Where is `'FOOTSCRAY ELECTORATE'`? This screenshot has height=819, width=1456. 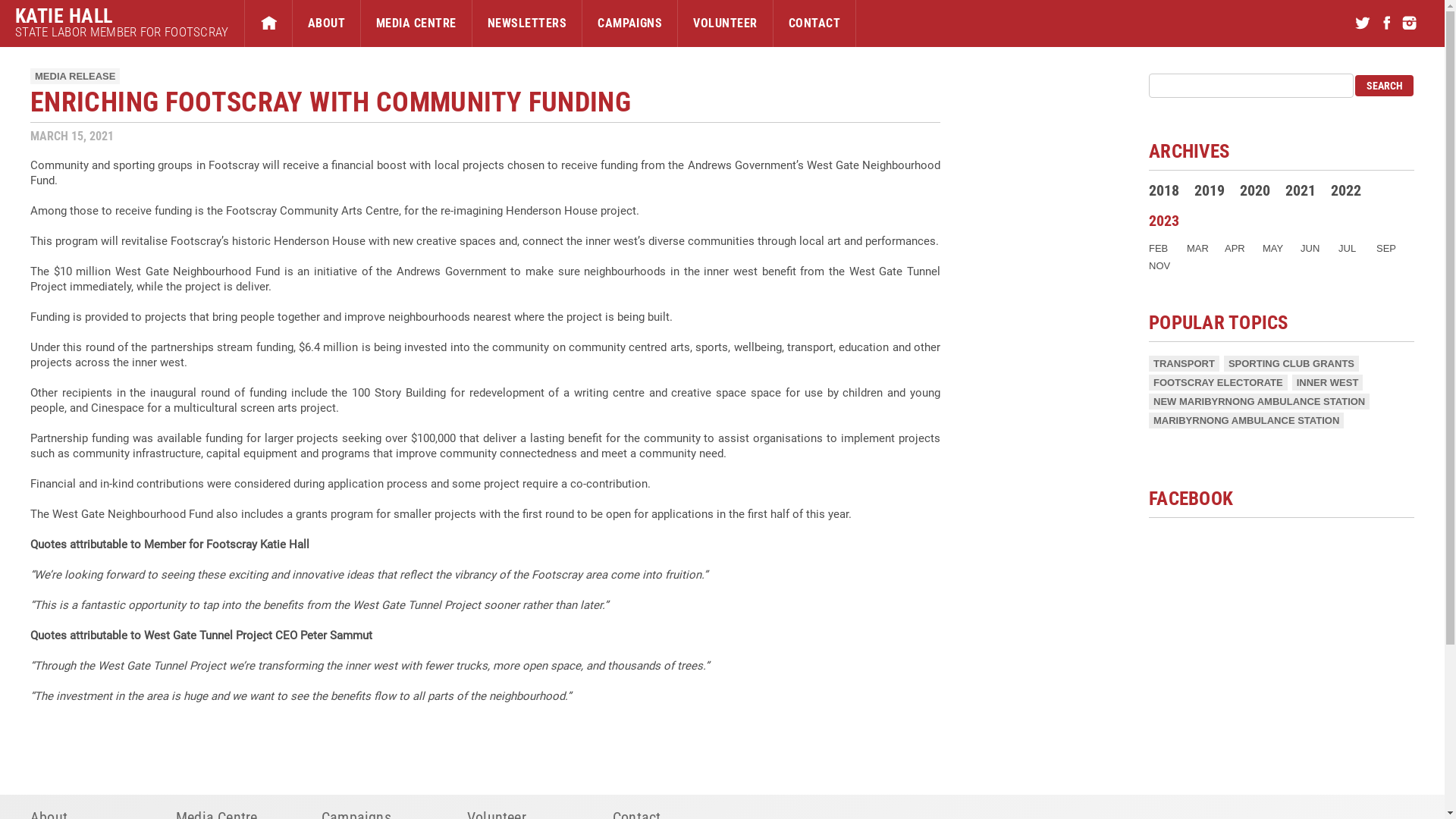
'FOOTSCRAY ELECTORATE' is located at coordinates (1218, 381).